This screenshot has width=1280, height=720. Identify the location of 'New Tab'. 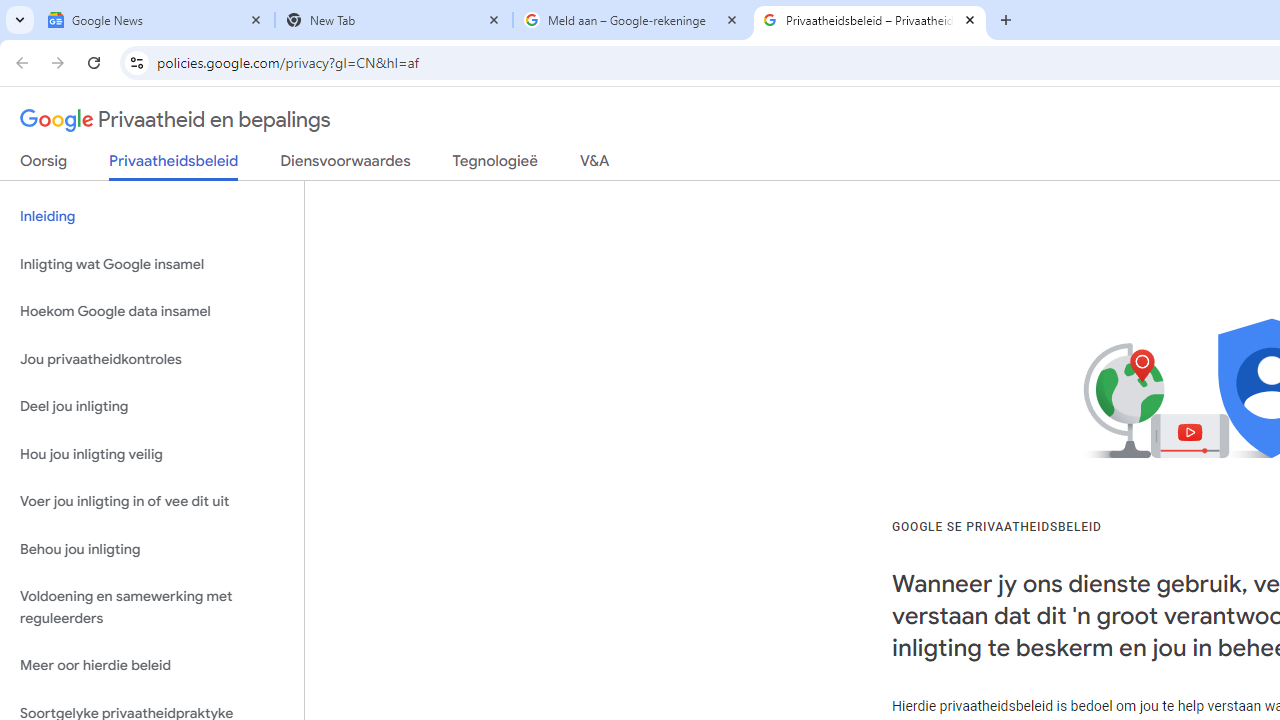
(394, 20).